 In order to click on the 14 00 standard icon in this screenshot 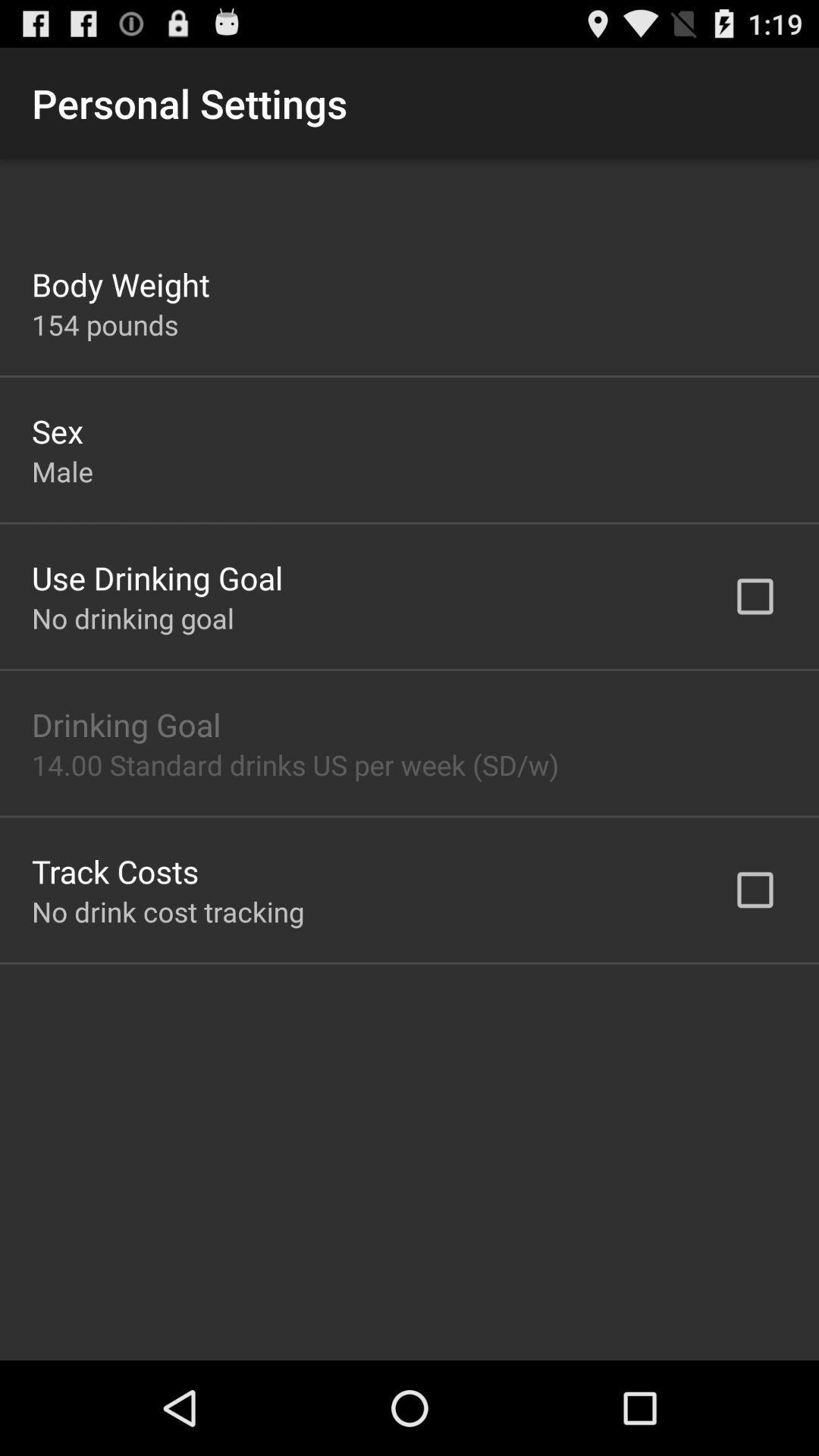, I will do `click(295, 764)`.